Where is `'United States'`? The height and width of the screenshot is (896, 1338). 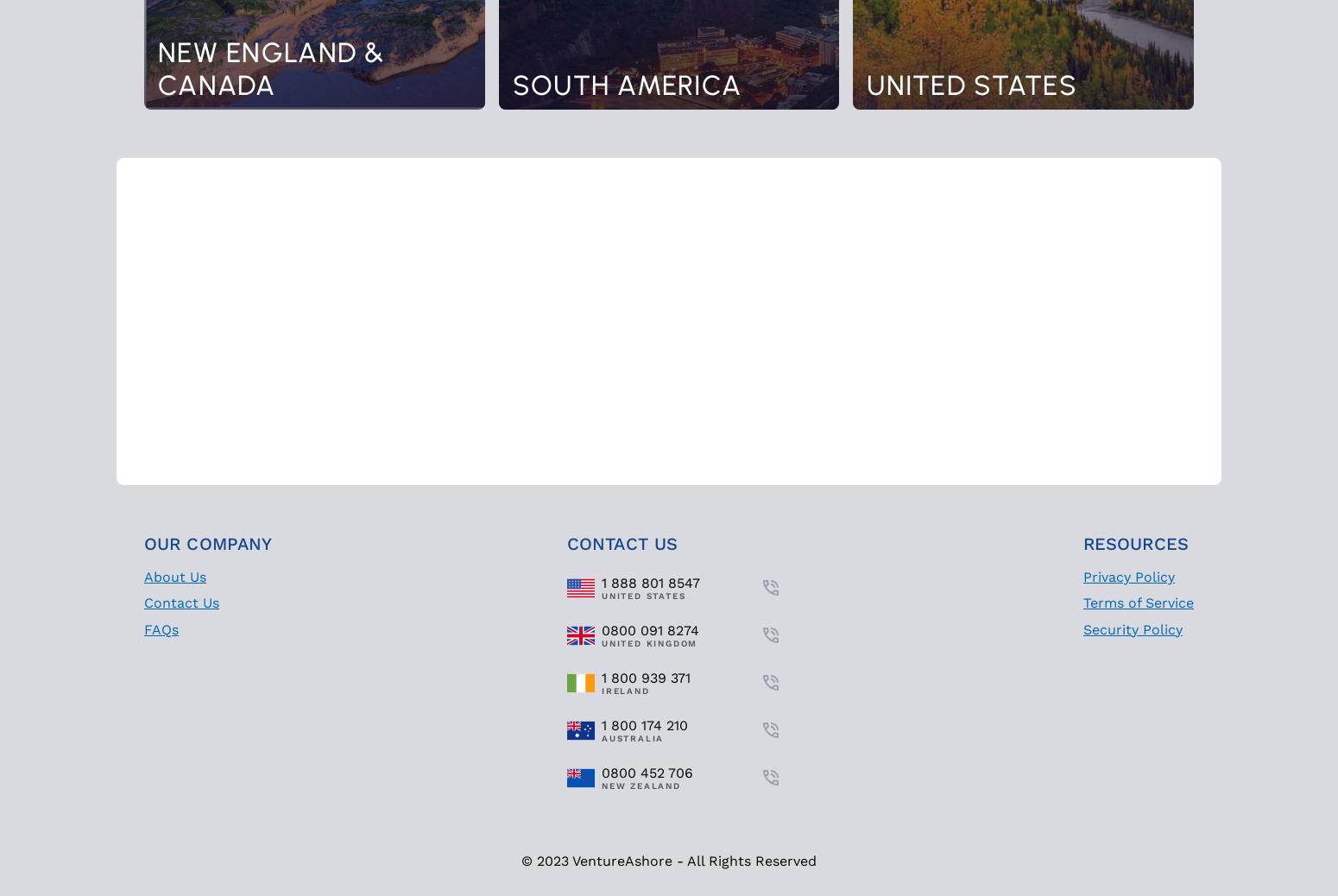 'United States' is located at coordinates (643, 594).